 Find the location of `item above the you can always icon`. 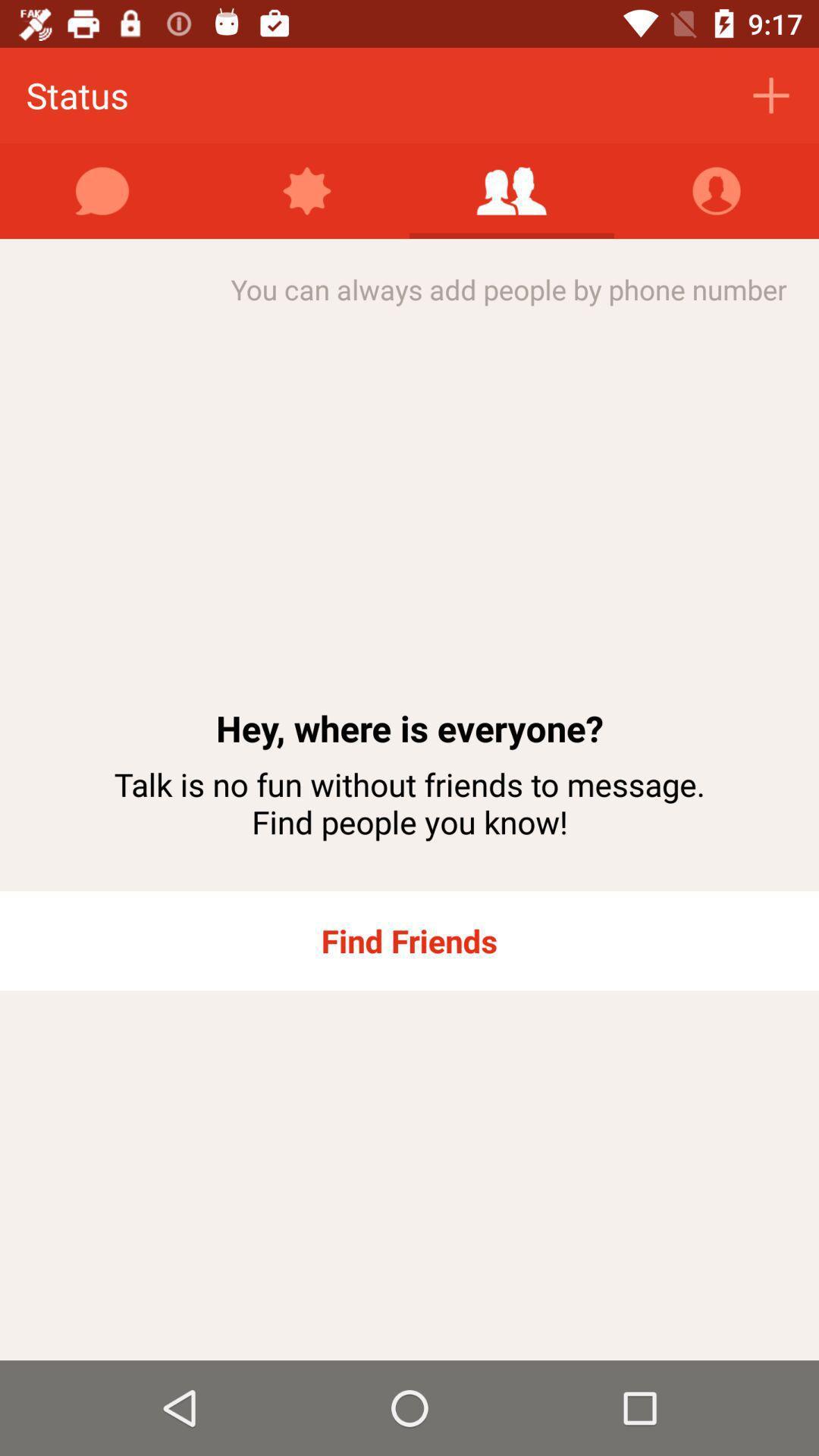

item above the you can always icon is located at coordinates (307, 190).